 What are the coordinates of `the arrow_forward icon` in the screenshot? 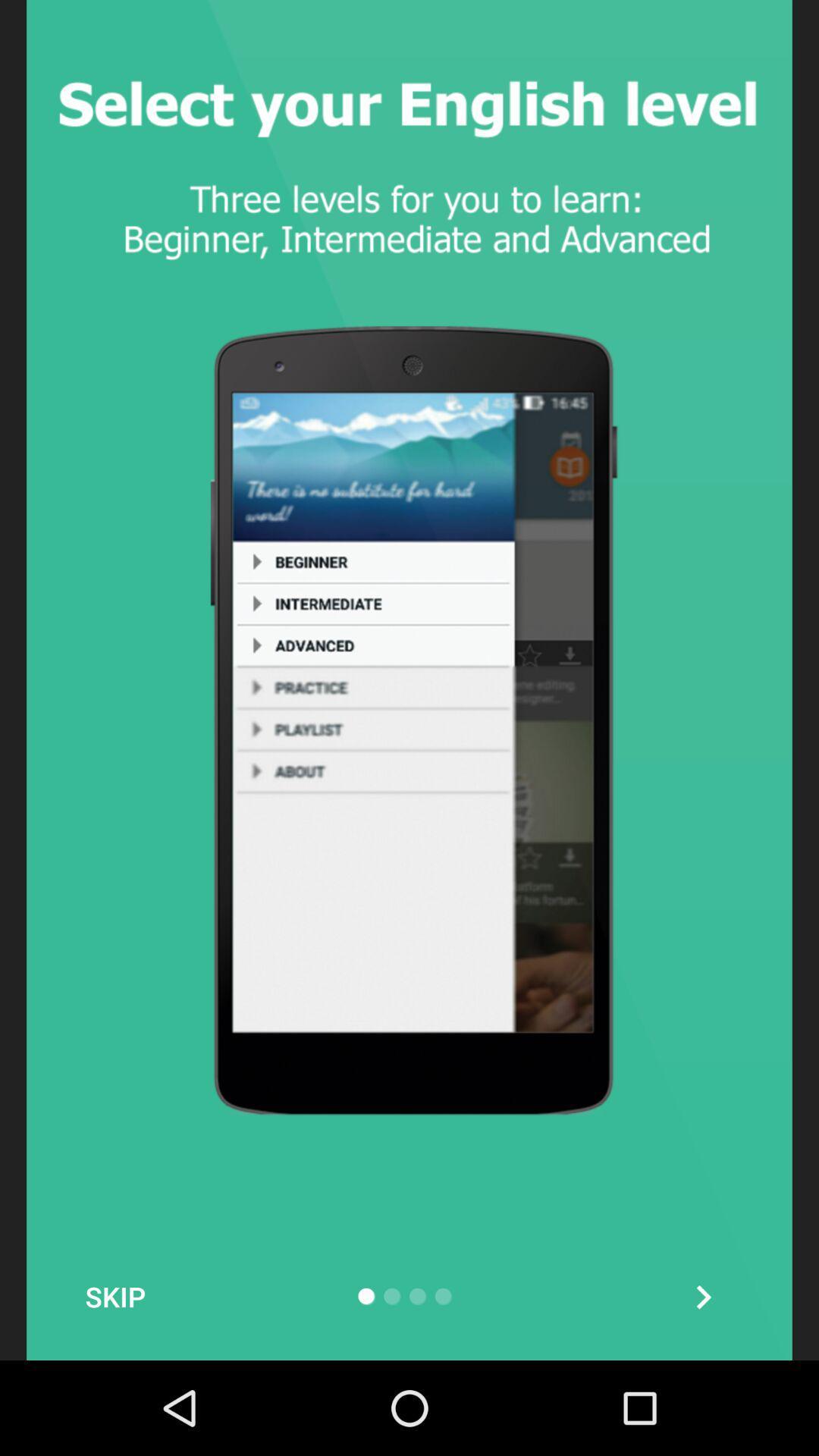 It's located at (703, 1296).